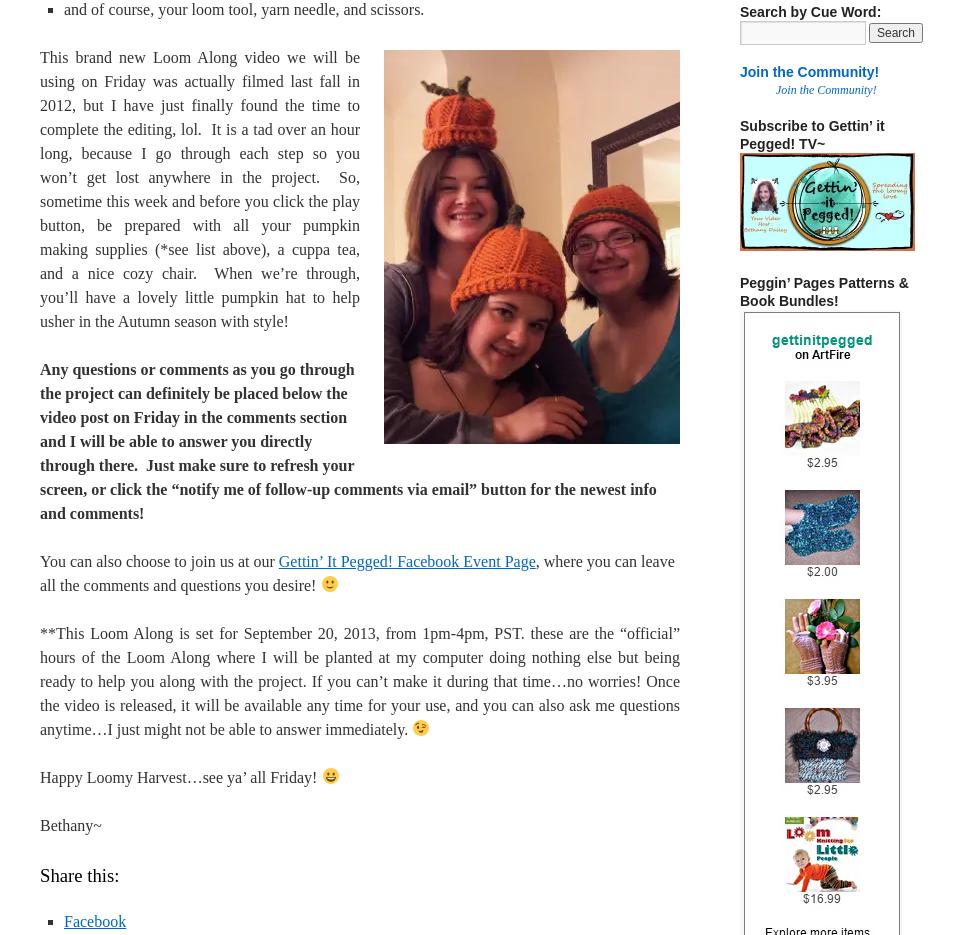 This screenshot has width=980, height=935. I want to click on 'Bethany~', so click(70, 824).